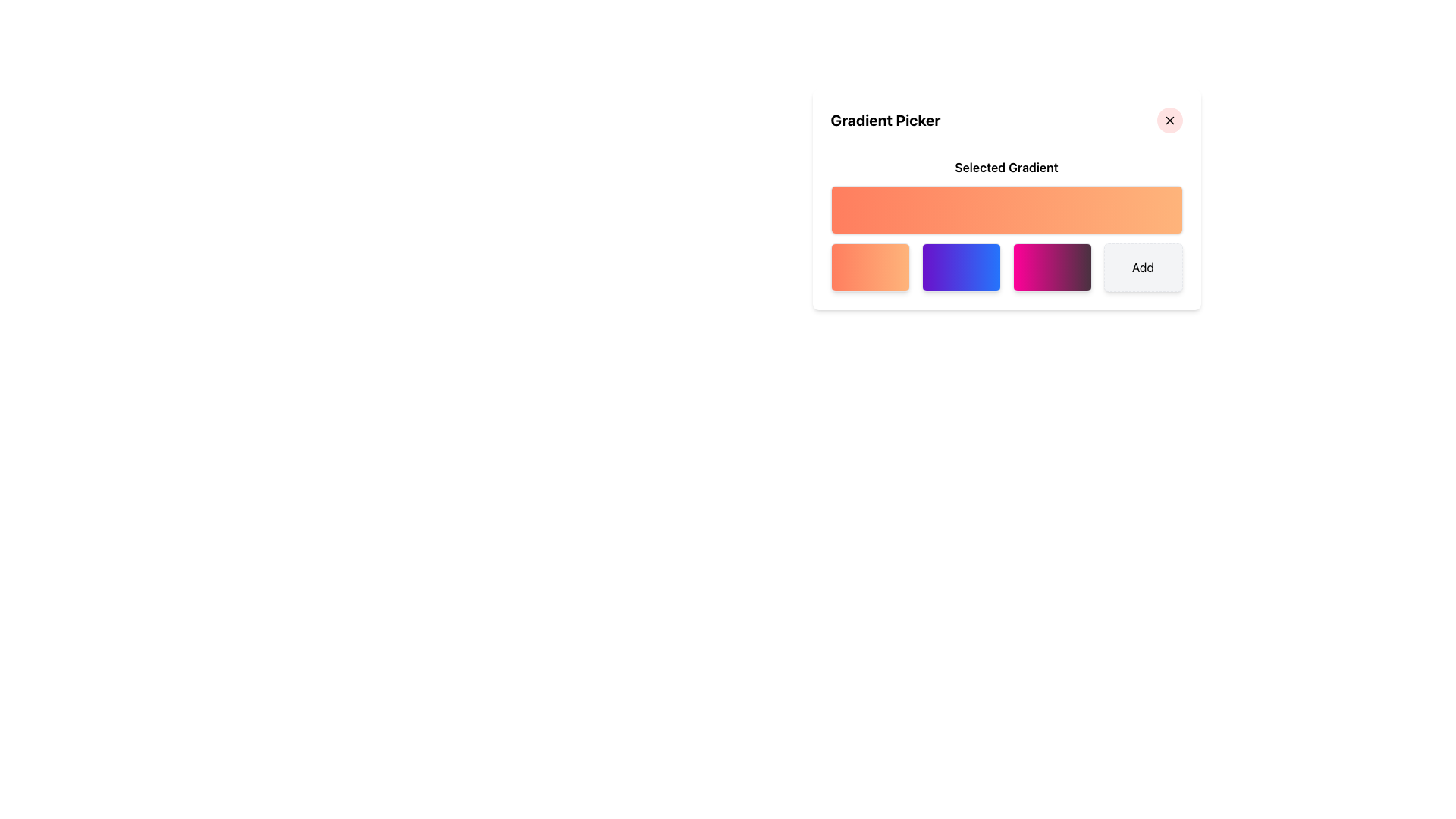 The width and height of the screenshot is (1456, 819). What do you see at coordinates (1006, 267) in the screenshot?
I see `the third gradient option button in the bottom grid of the 'Gradient Picker' component` at bounding box center [1006, 267].